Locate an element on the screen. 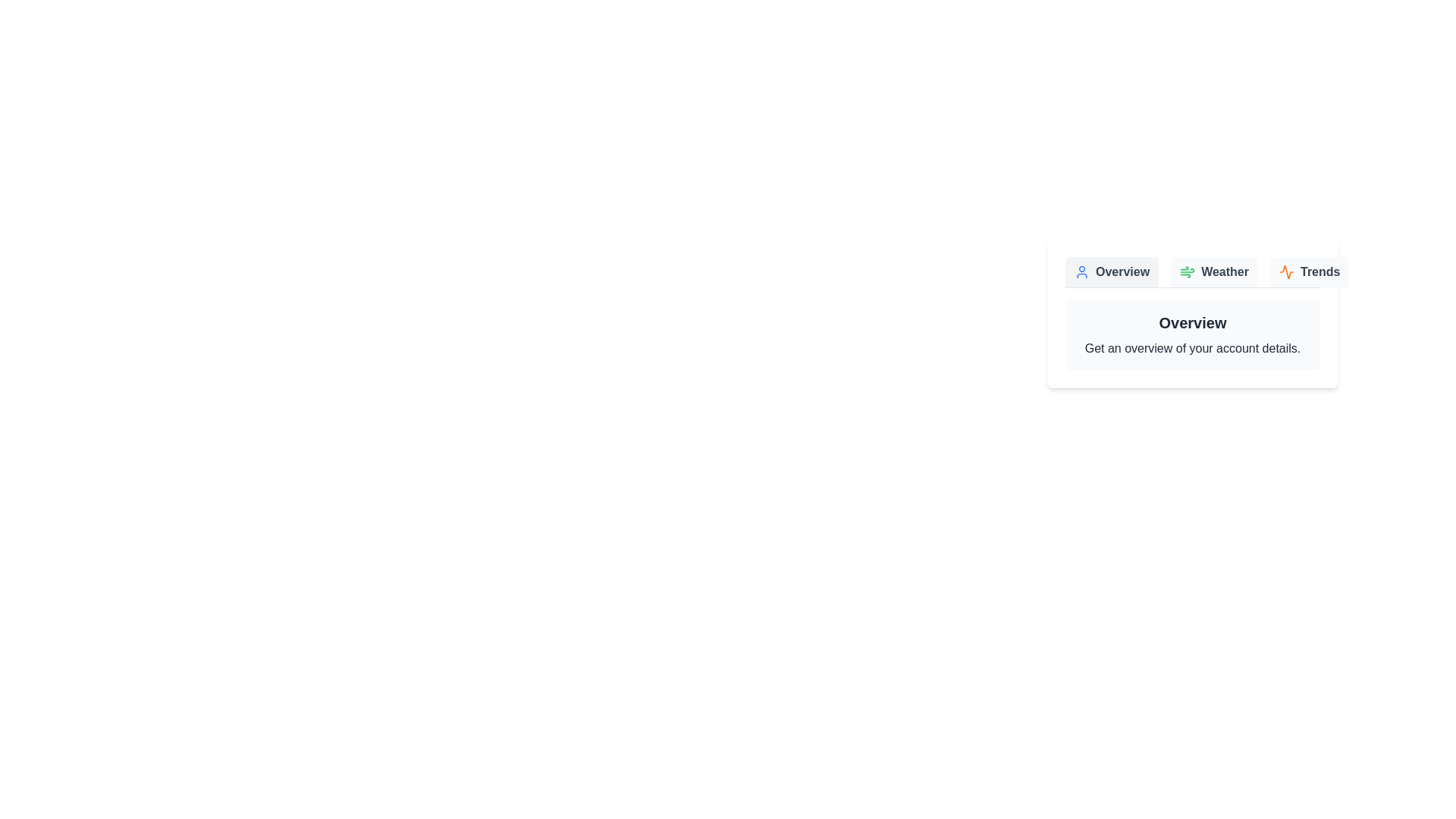 The height and width of the screenshot is (819, 1456). the tab labeled Global is located at coordinates (1399, 271).